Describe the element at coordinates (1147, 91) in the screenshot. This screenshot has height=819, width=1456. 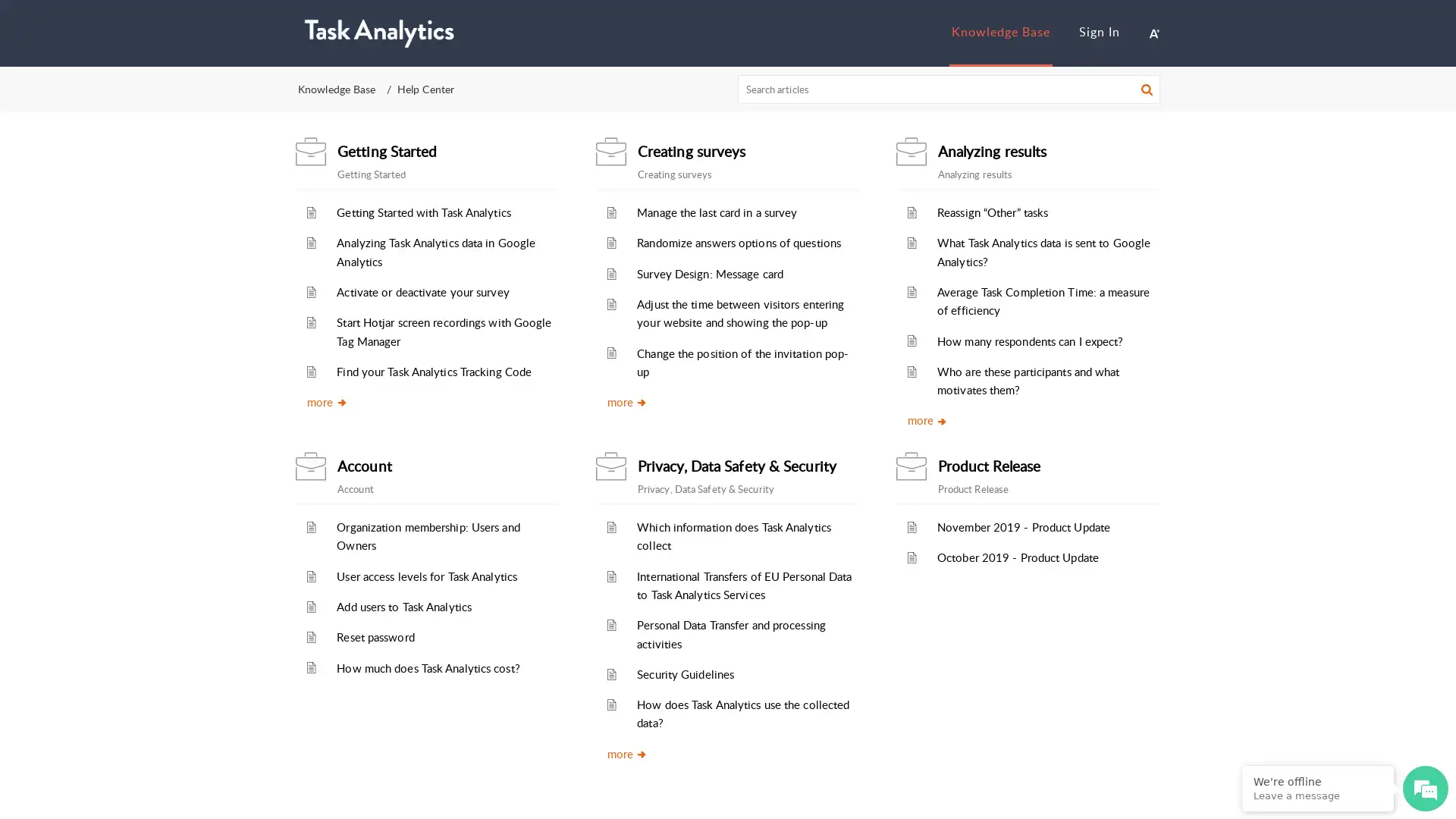
I see `search` at that location.